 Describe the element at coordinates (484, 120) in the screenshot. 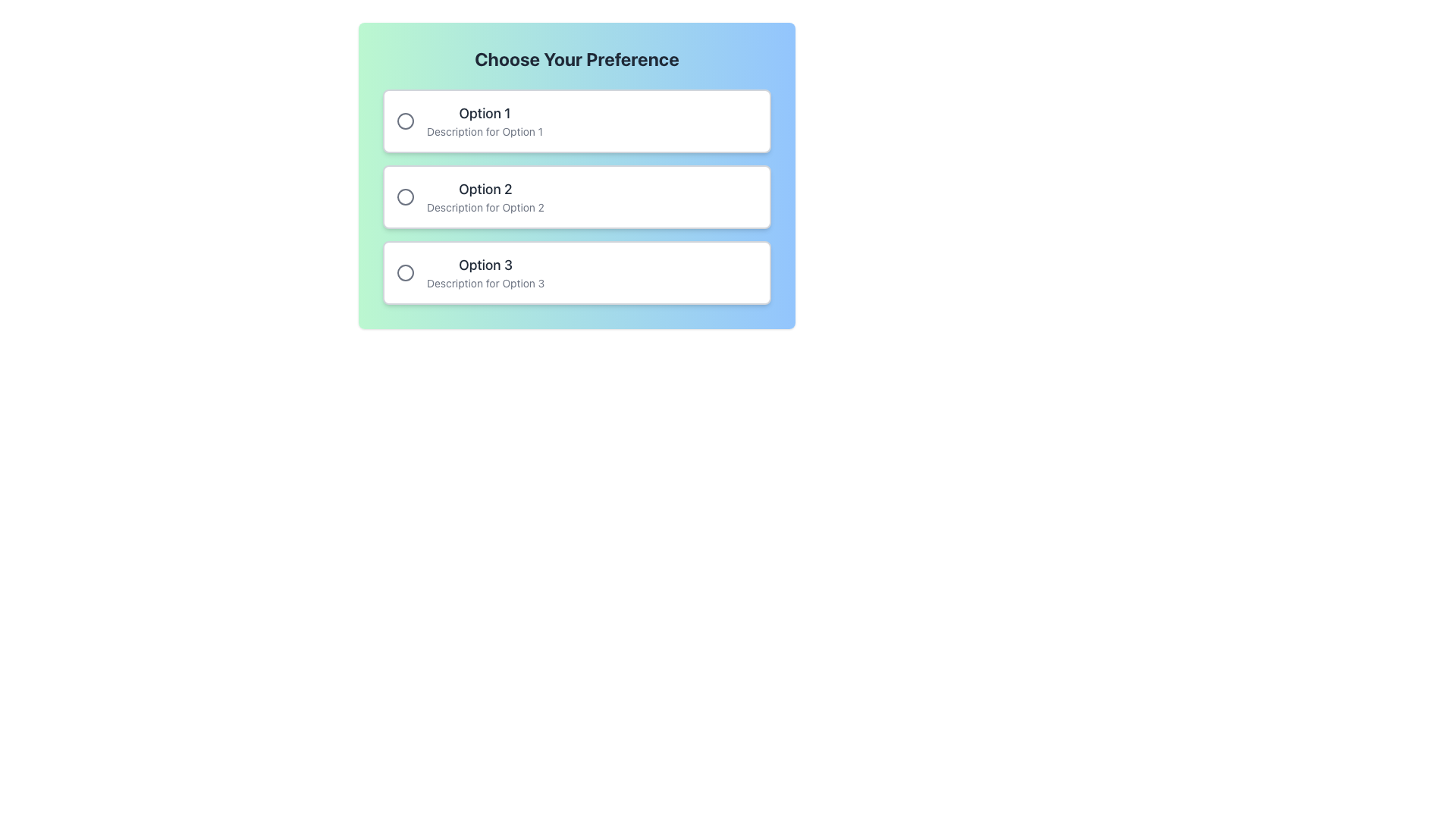

I see `the text block that displays 'Option 1' with a description stating 'Description for Option 1', which is the first item in the vertical list of options below the heading 'Choose Your Preference'` at that location.